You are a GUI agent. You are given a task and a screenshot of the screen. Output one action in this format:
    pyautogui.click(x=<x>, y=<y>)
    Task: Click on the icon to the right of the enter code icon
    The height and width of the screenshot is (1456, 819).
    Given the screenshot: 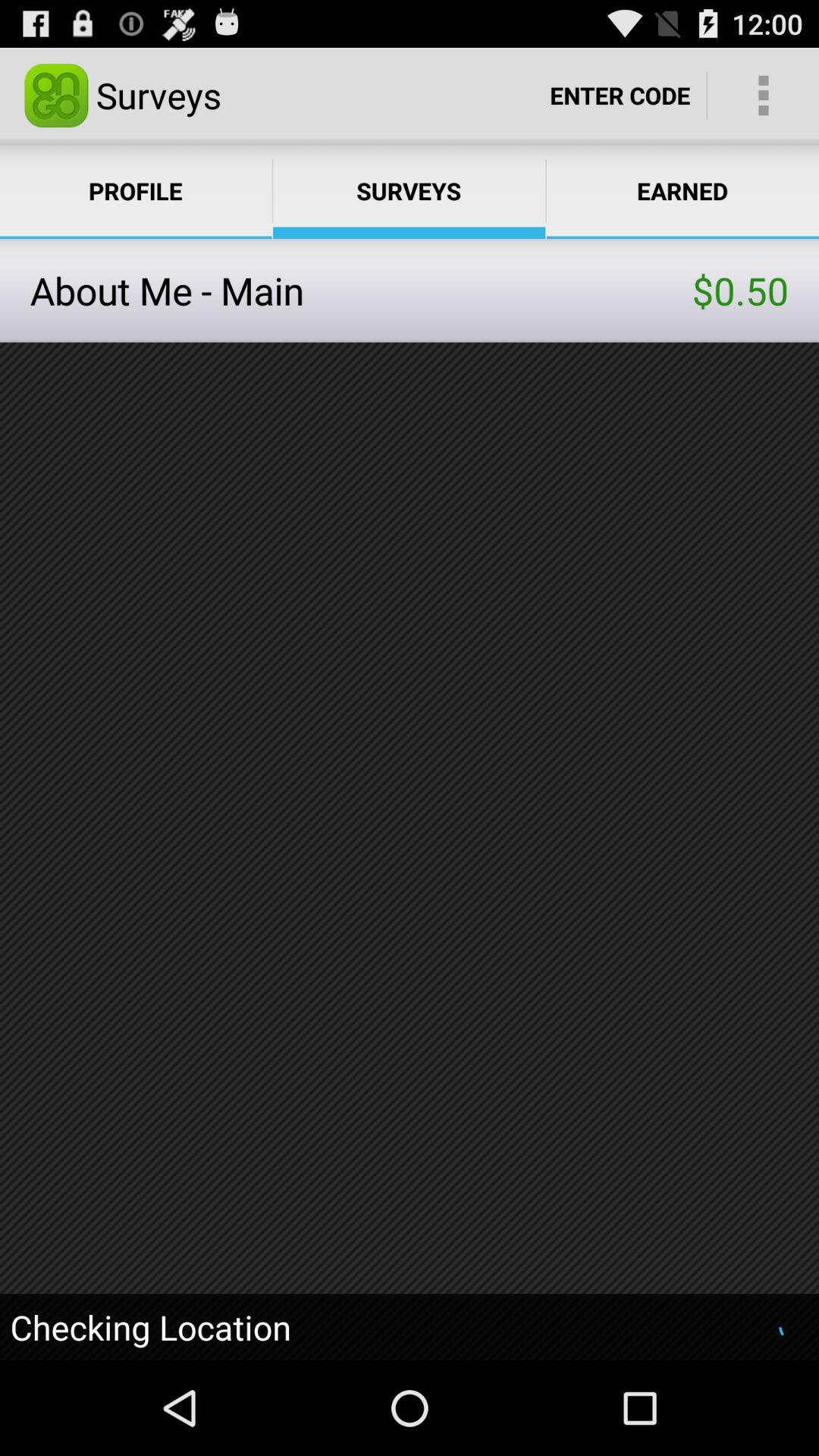 What is the action you would take?
    pyautogui.click(x=763, y=94)
    